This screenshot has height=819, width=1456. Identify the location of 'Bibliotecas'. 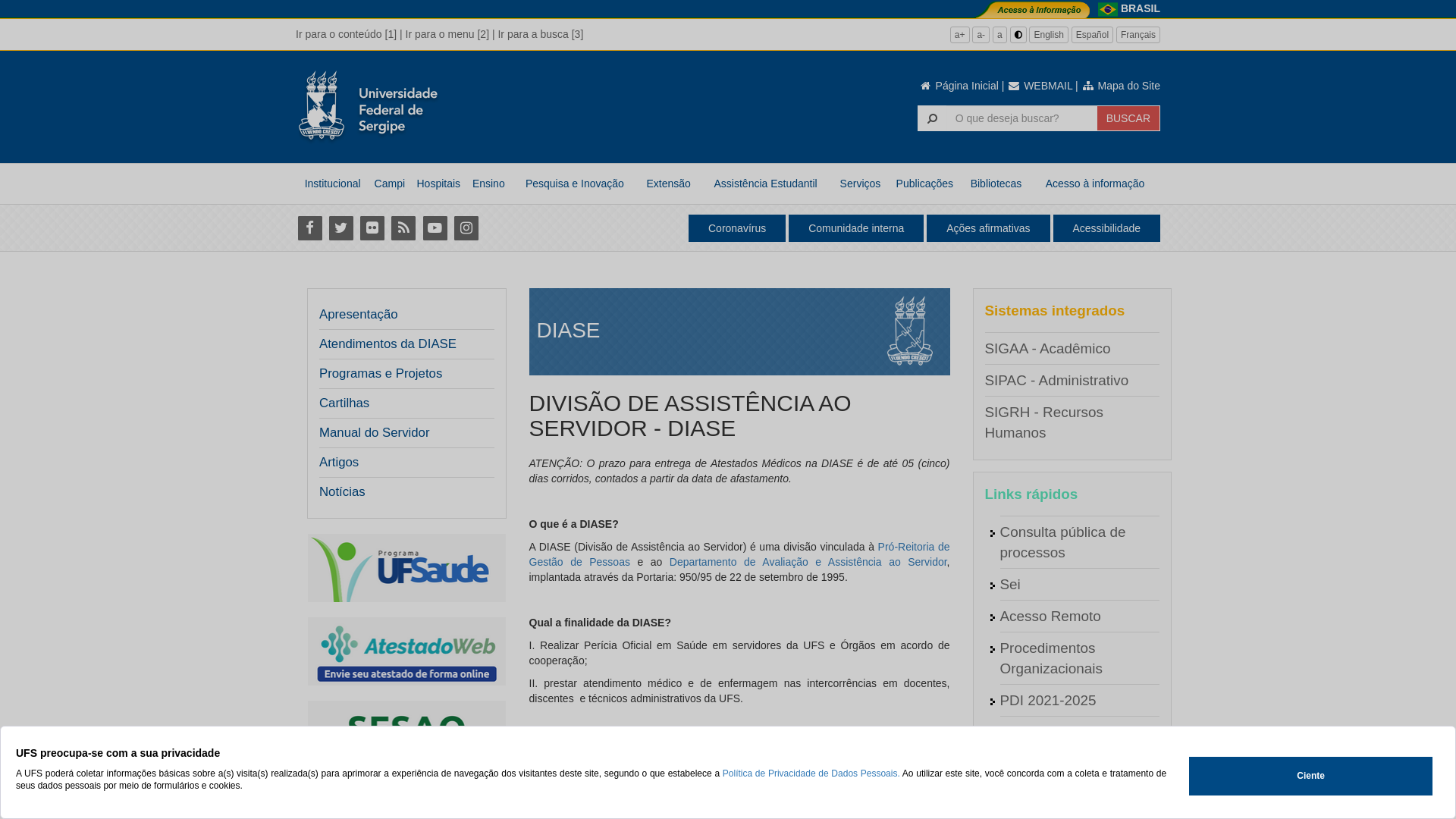
(996, 183).